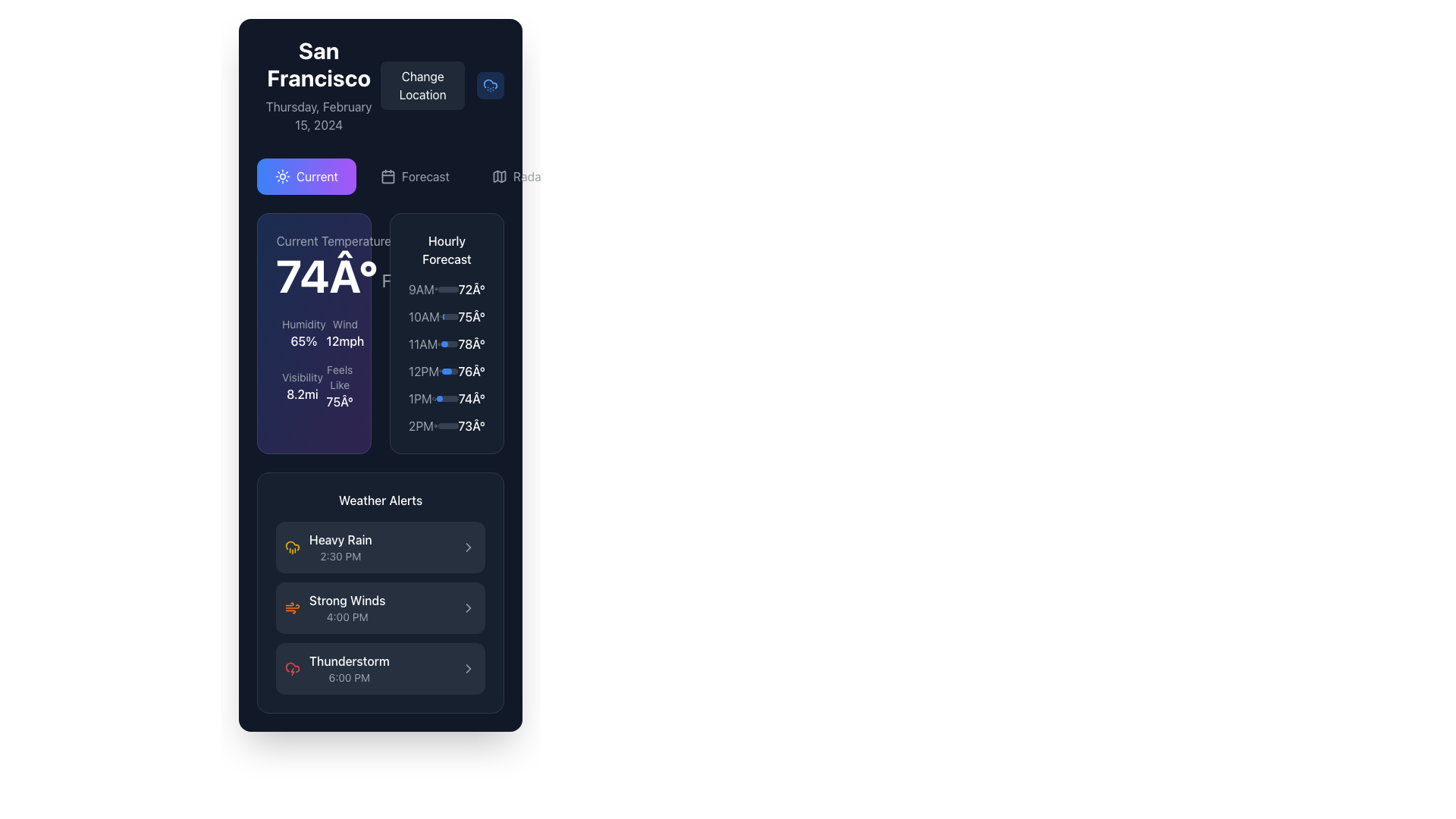 The height and width of the screenshot is (819, 1456). What do you see at coordinates (344, 324) in the screenshot?
I see `the static text label displaying 'Wind', which is styled in light gray and positioned above the '12mph' wind speed value in the weather information section` at bounding box center [344, 324].